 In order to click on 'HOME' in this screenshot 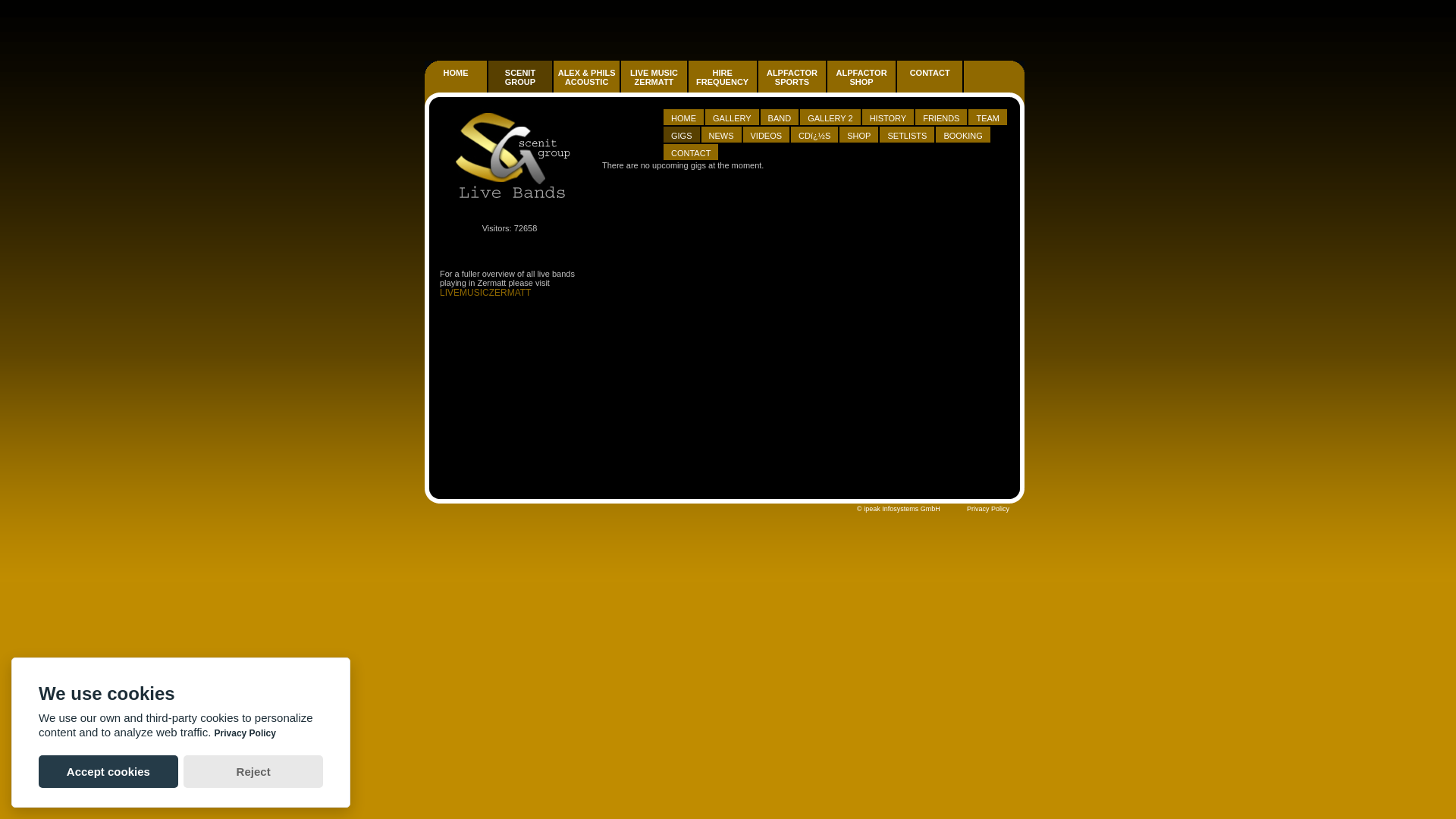, I will do `click(455, 73)`.